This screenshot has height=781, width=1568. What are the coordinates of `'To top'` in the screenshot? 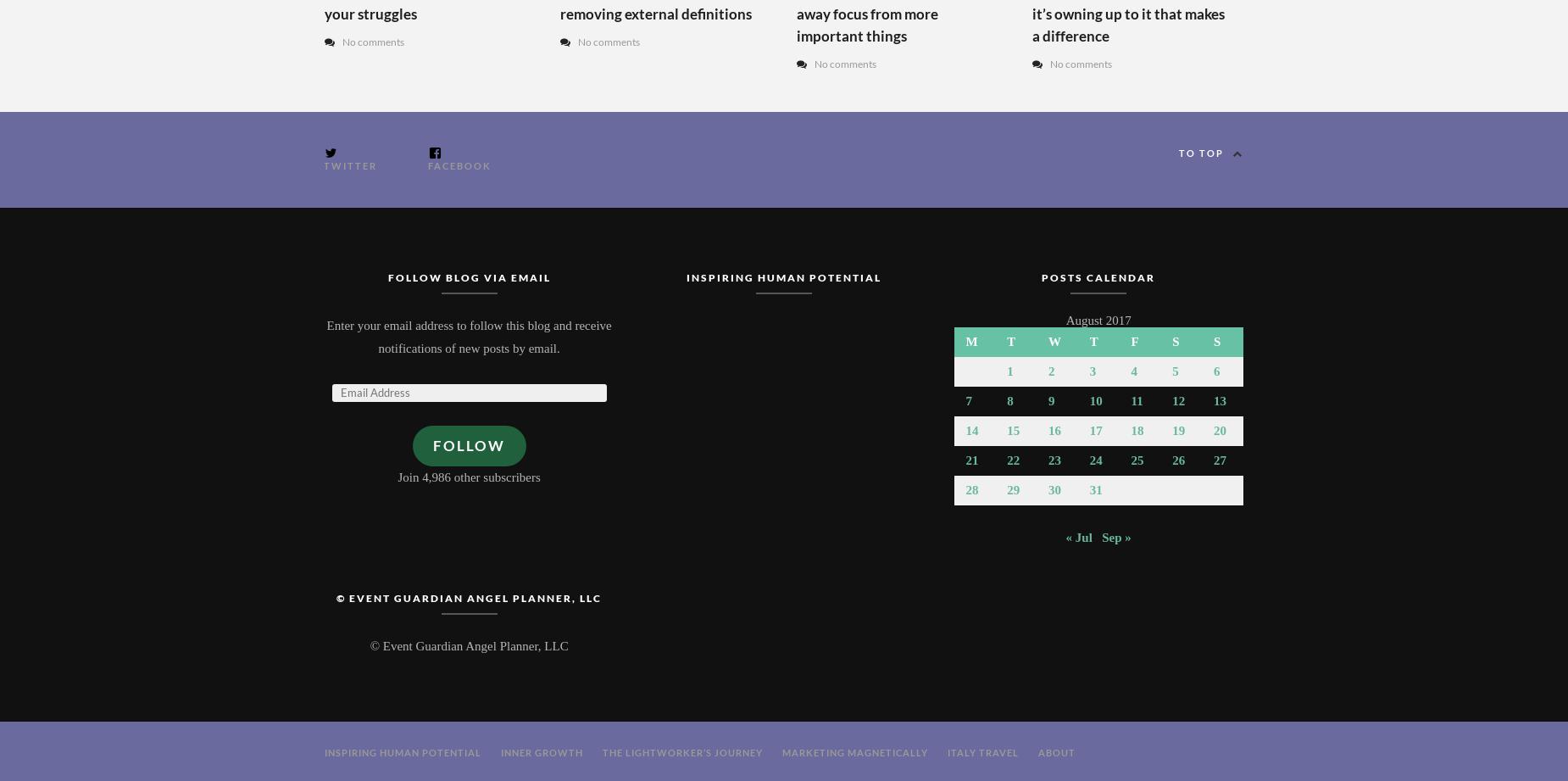 It's located at (1201, 151).